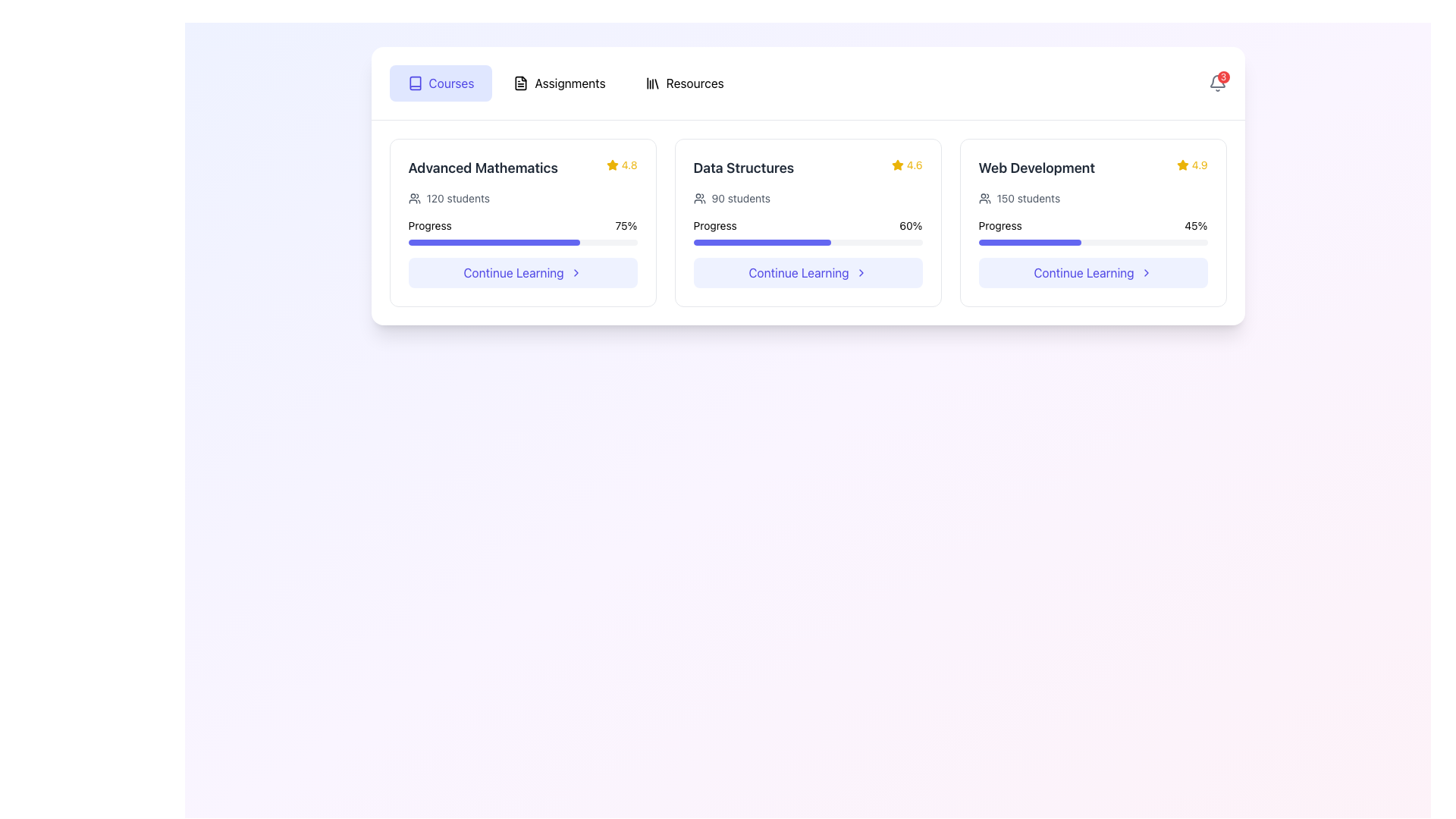 Image resolution: width=1456 pixels, height=819 pixels. I want to click on the Chevron icon located on the right-hand side of the 'Continue Learning' text in the 'Data Structures' card, positioned at the bottom center of the card, so click(861, 271).